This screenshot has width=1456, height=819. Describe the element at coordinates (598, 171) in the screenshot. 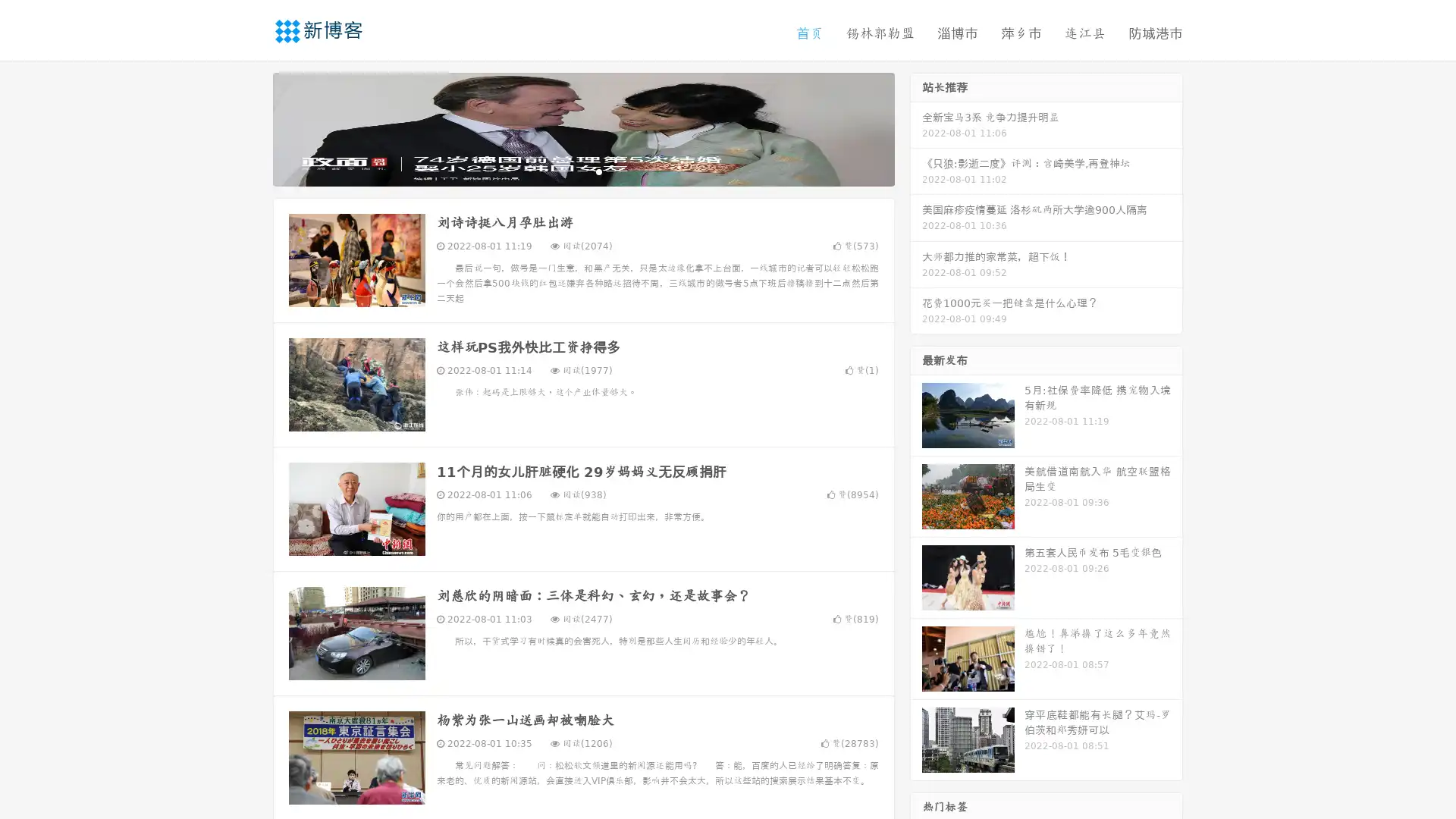

I see `Go to slide 3` at that location.